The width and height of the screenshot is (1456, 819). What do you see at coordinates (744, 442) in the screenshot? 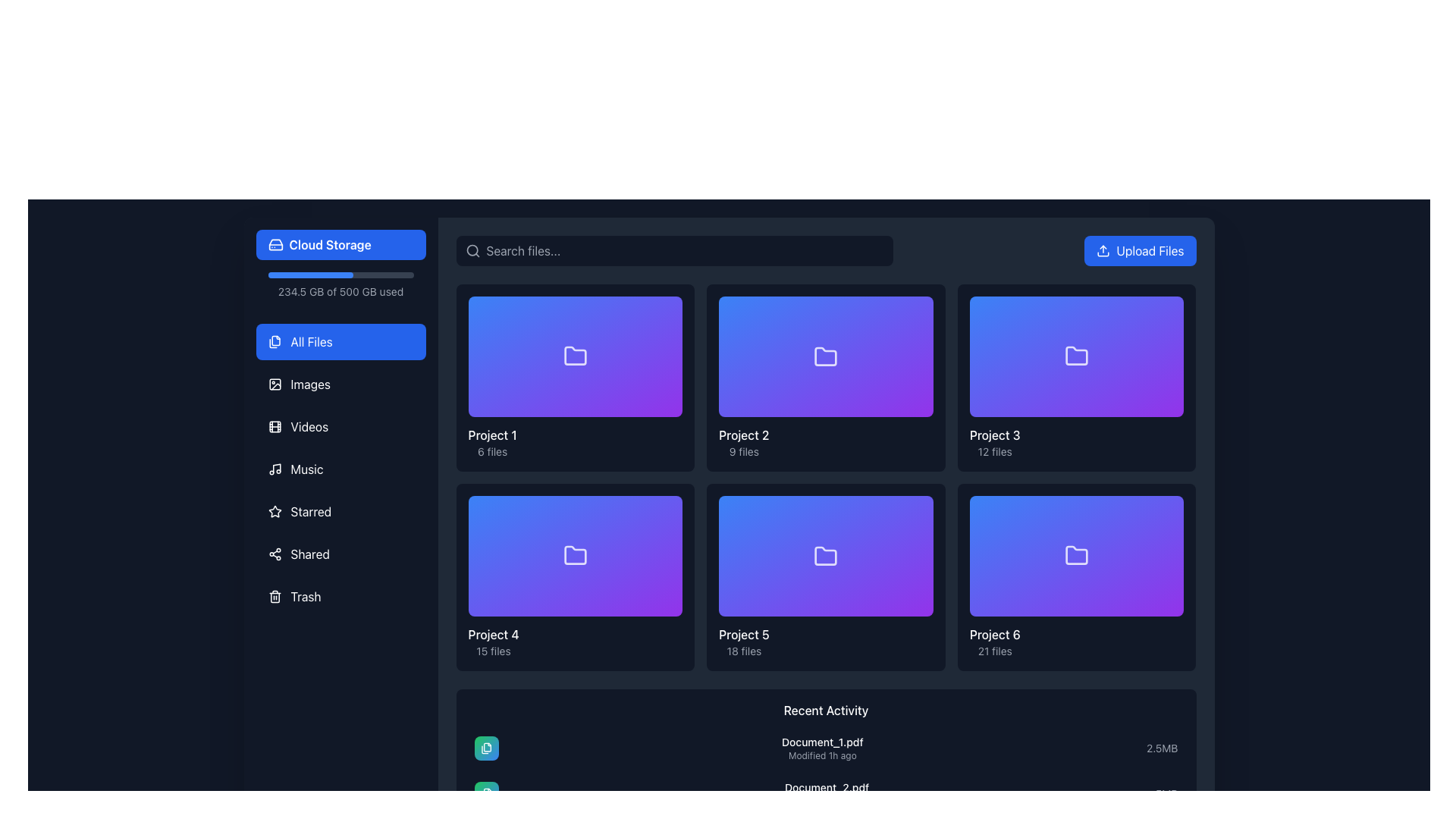
I see `the text block labeled 'Project 2' which contains the title and the smaller text '9 files'` at bounding box center [744, 442].